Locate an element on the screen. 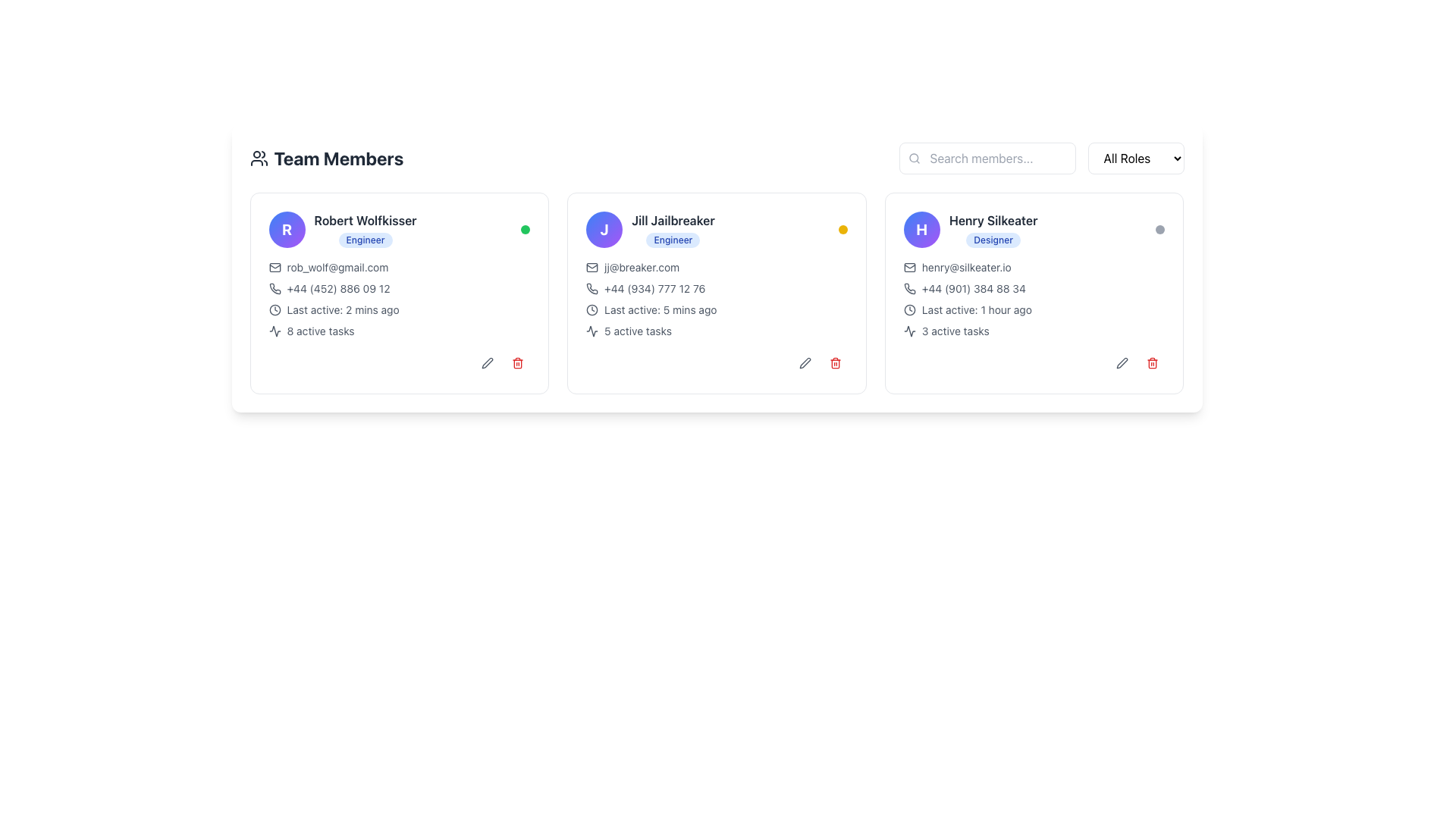 This screenshot has width=1456, height=819. the phone number indicator icon located in the first user card is located at coordinates (275, 289).